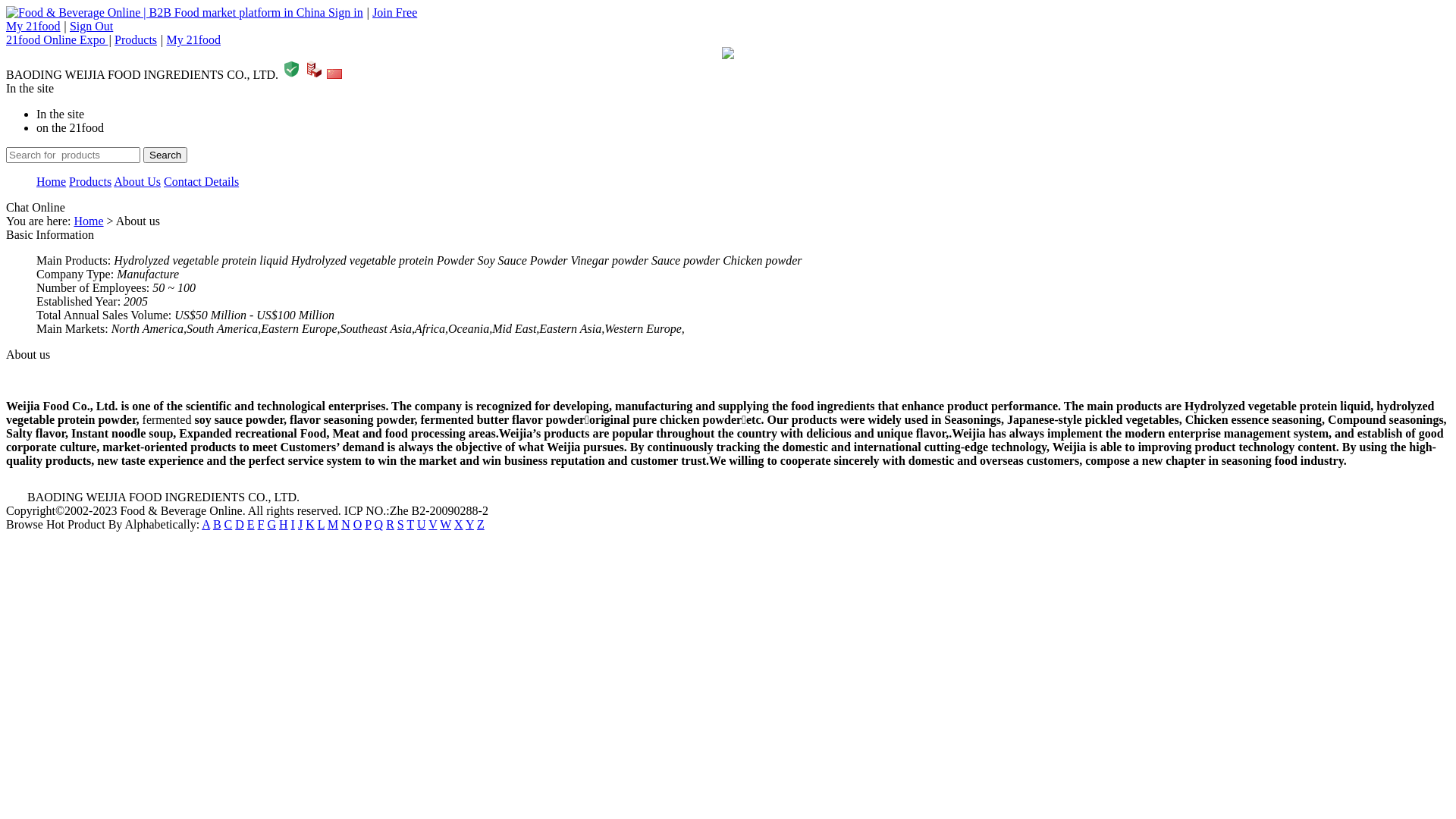 The height and width of the screenshot is (819, 1456). Describe the element at coordinates (227, 523) in the screenshot. I see `'C'` at that location.